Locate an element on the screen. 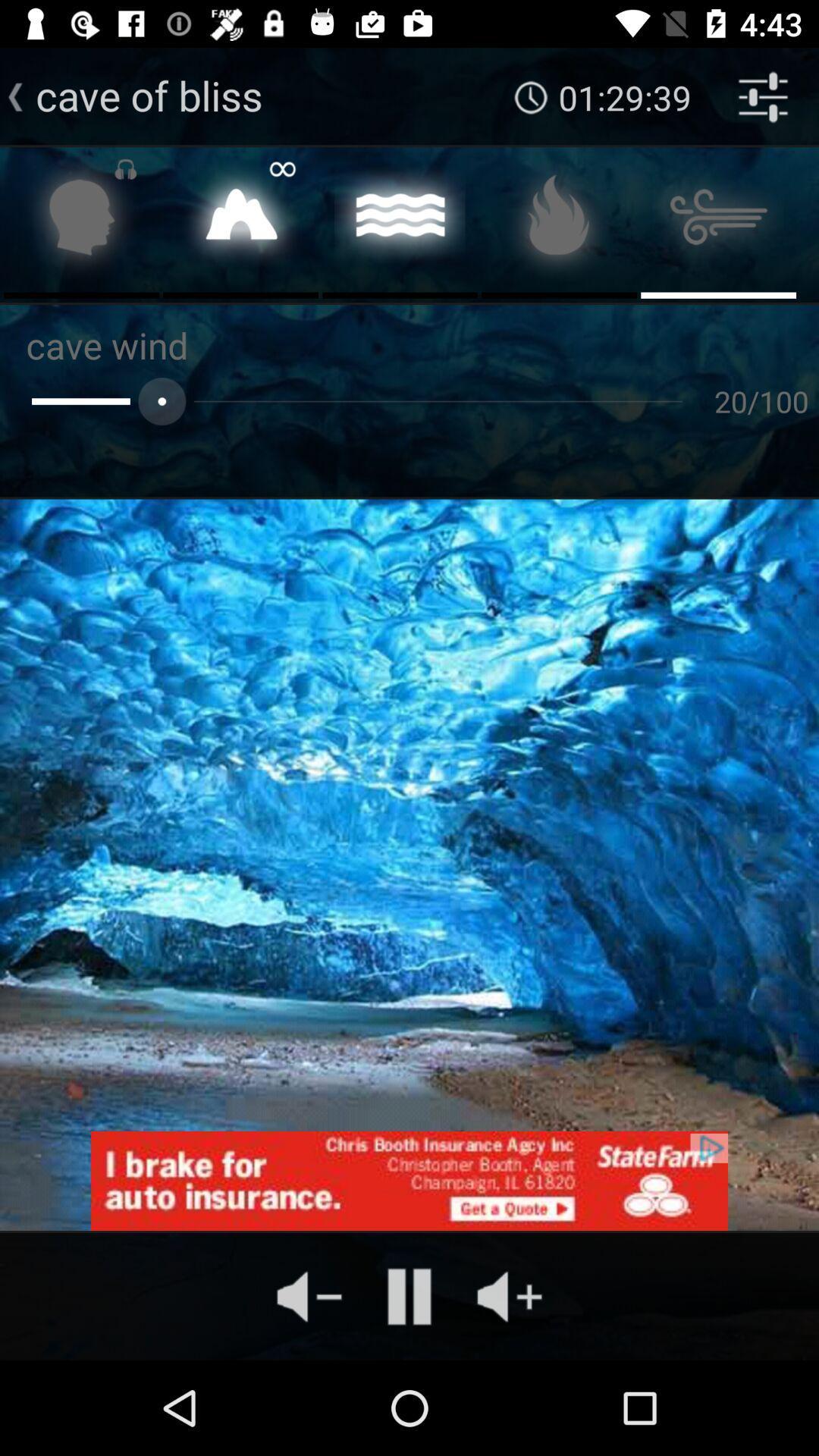 The height and width of the screenshot is (1456, 819). advantisment is located at coordinates (409, 1180).